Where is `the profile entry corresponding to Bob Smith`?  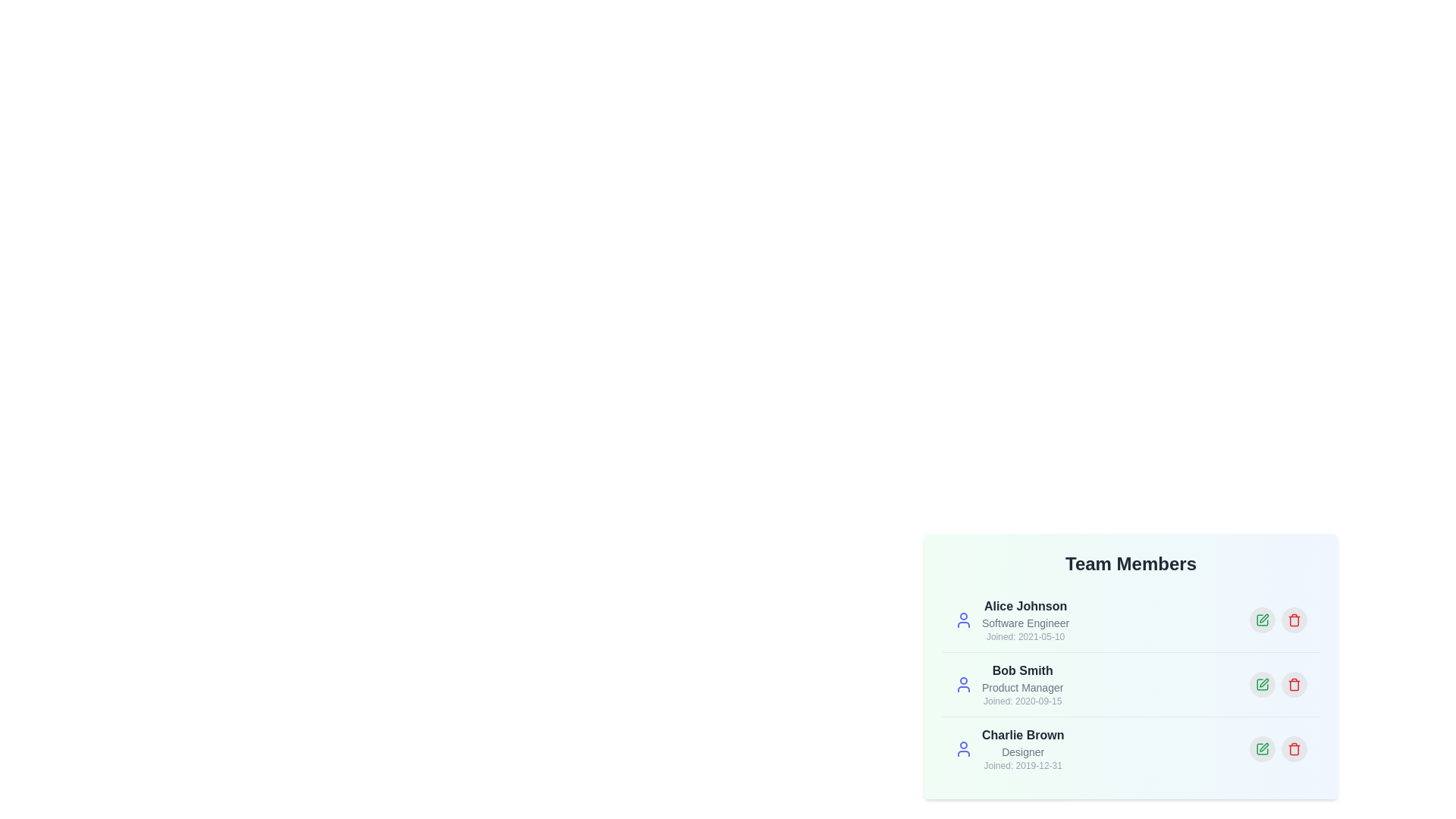
the profile entry corresponding to Bob Smith is located at coordinates (1131, 684).